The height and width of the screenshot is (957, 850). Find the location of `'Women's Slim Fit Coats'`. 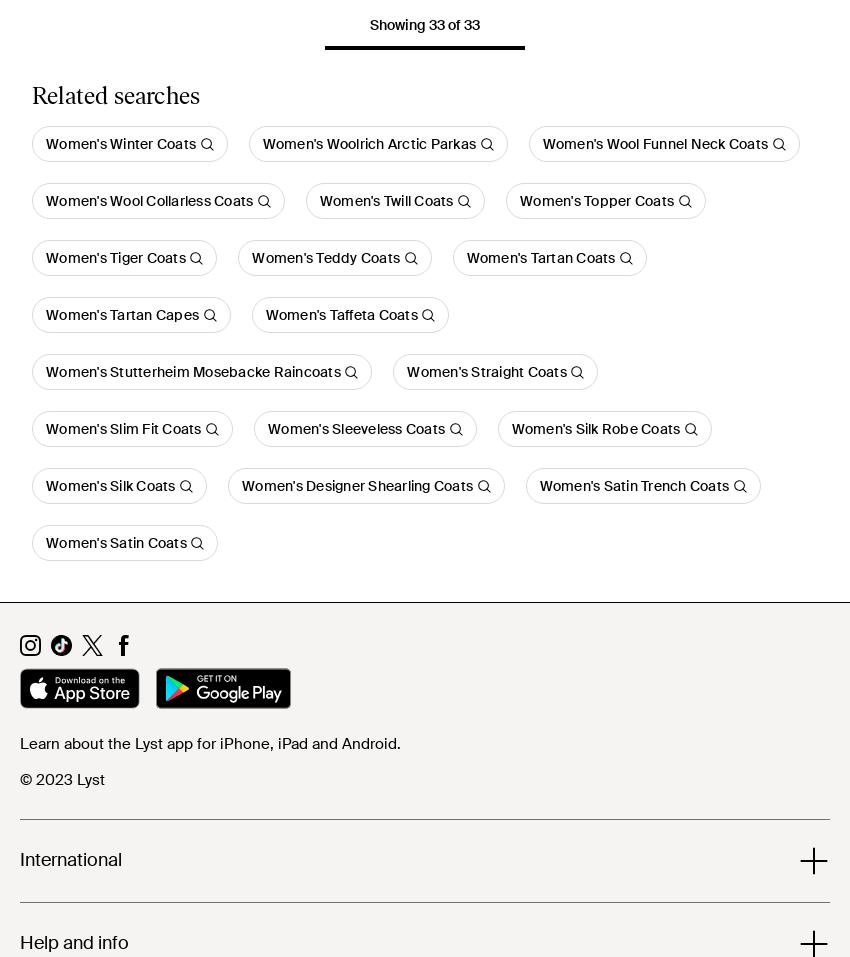

'Women's Slim Fit Coats' is located at coordinates (45, 428).